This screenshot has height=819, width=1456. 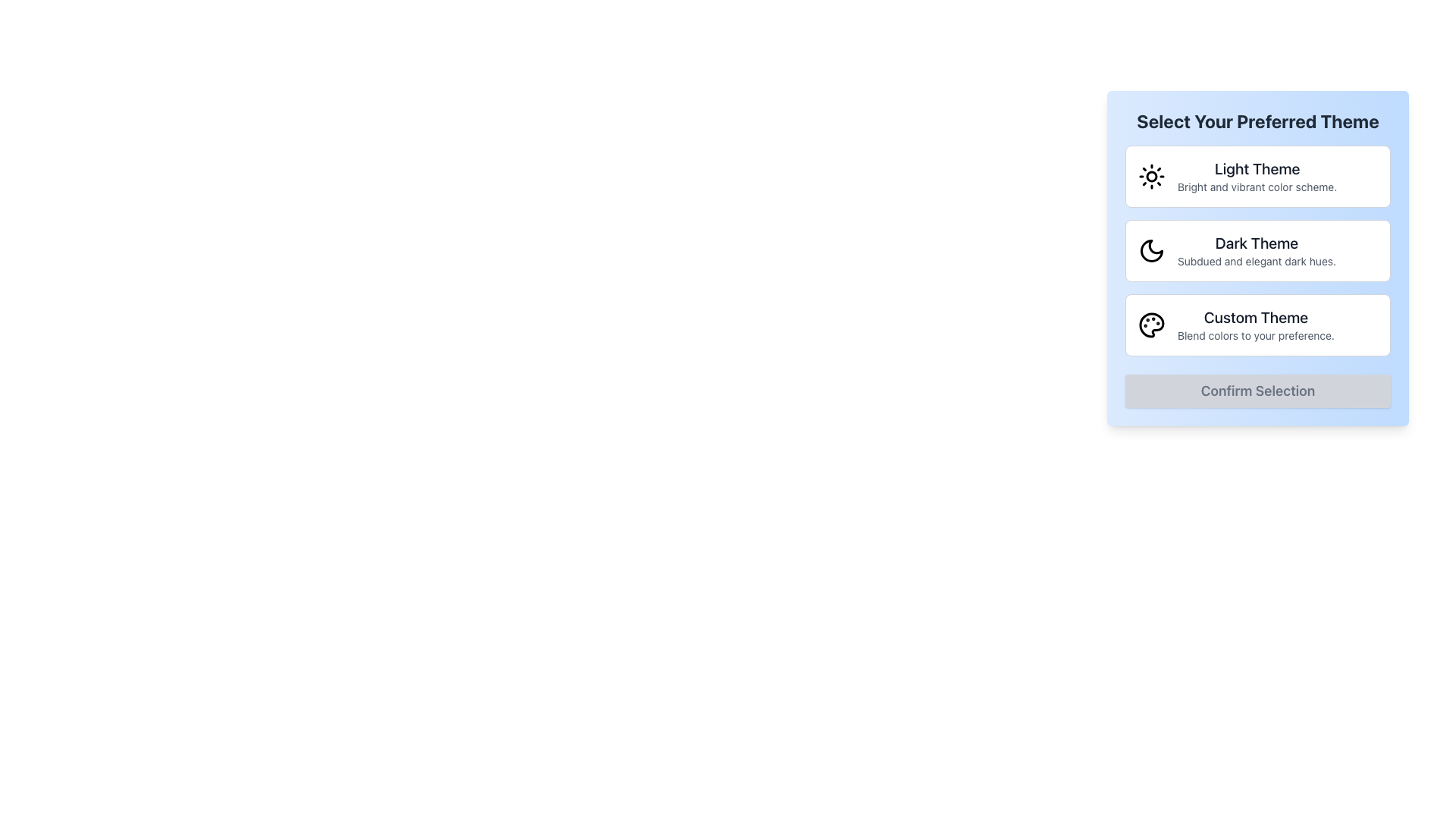 I want to click on the crescent moon graphic representing the 'Dark Theme' option in the theme selection menu, so click(x=1151, y=250).